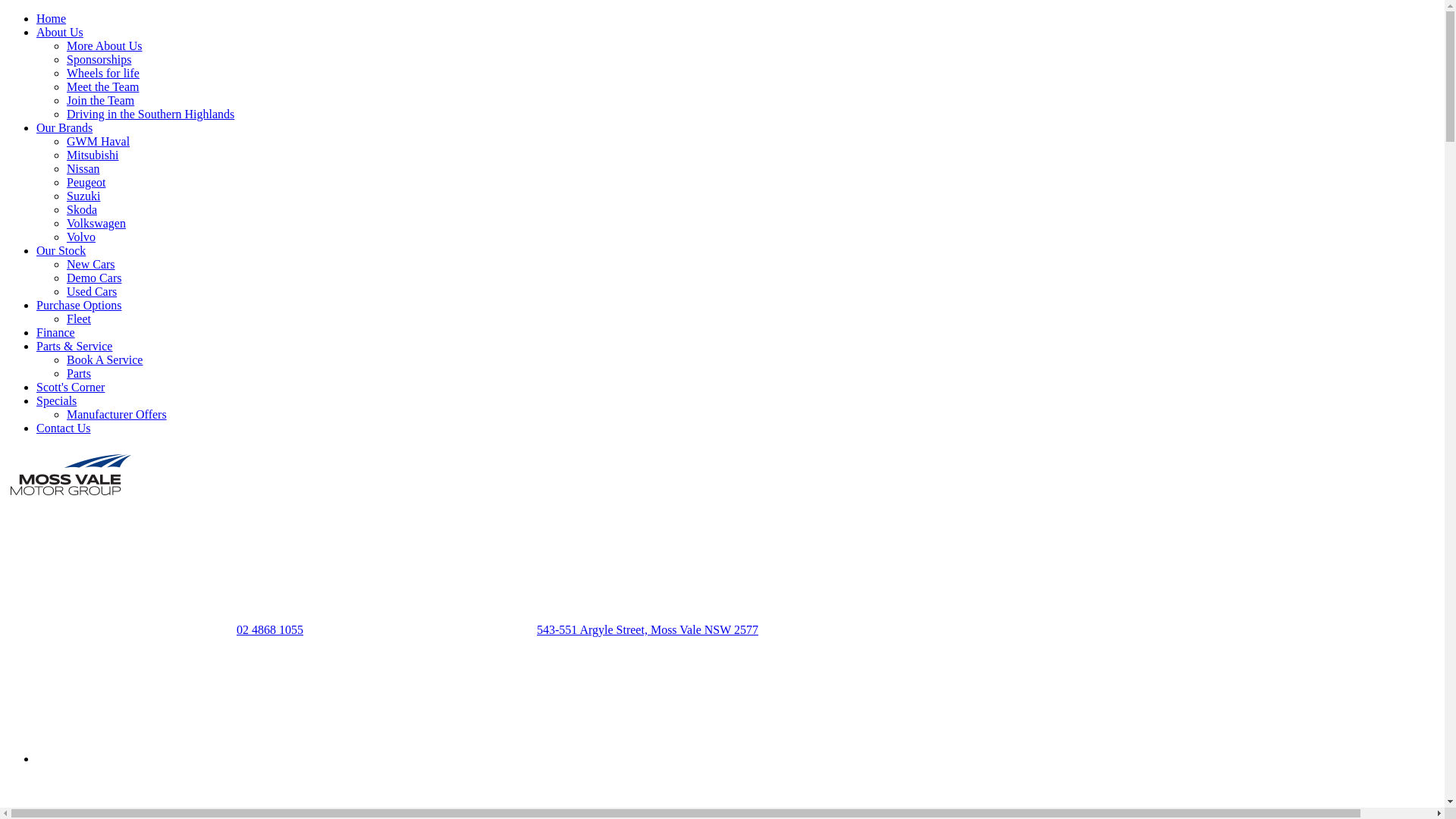 Image resolution: width=1456 pixels, height=819 pixels. What do you see at coordinates (93, 278) in the screenshot?
I see `'Demo Cars'` at bounding box center [93, 278].